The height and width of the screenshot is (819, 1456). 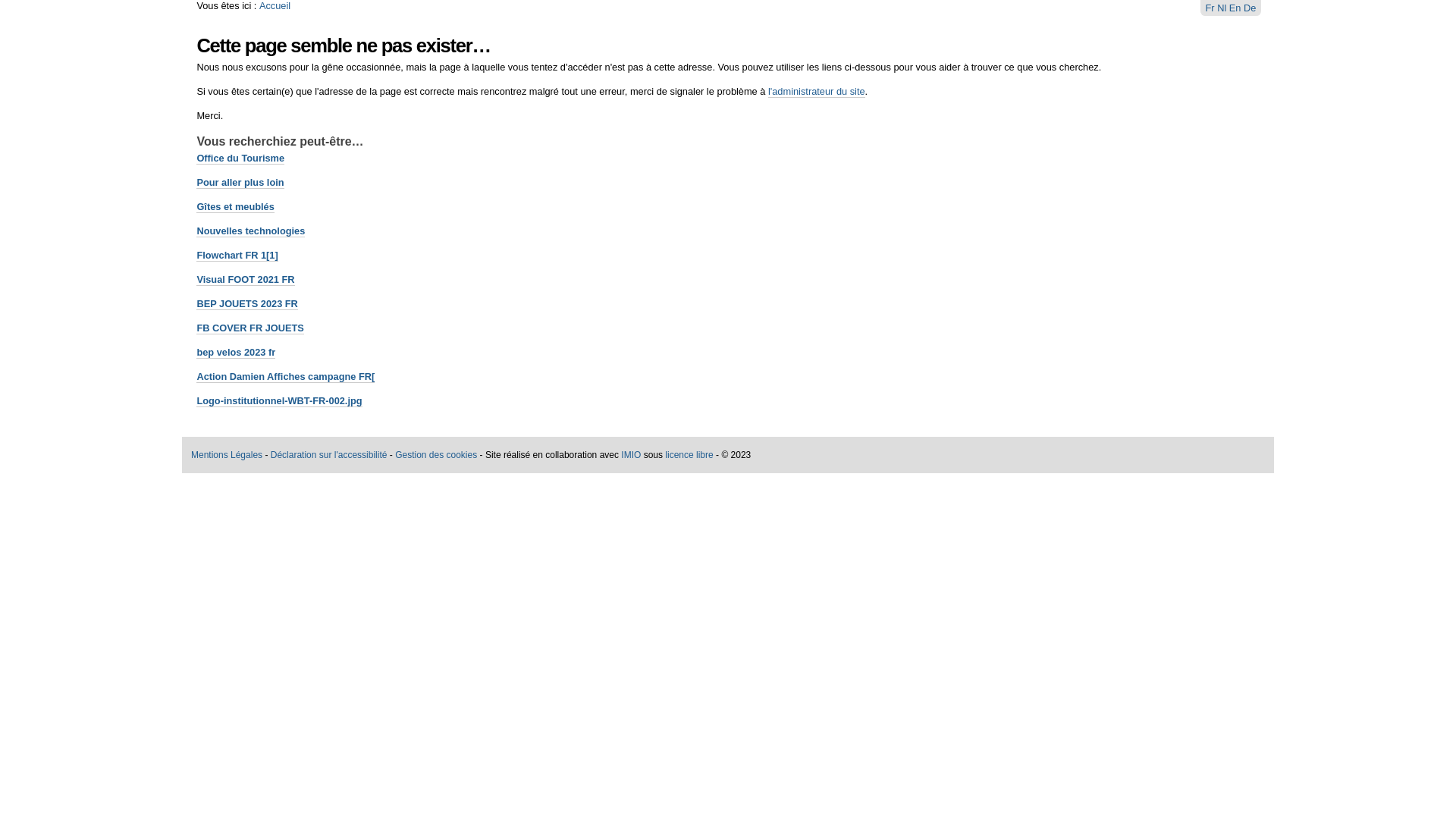 What do you see at coordinates (665, 454) in the screenshot?
I see `'licence libre'` at bounding box center [665, 454].